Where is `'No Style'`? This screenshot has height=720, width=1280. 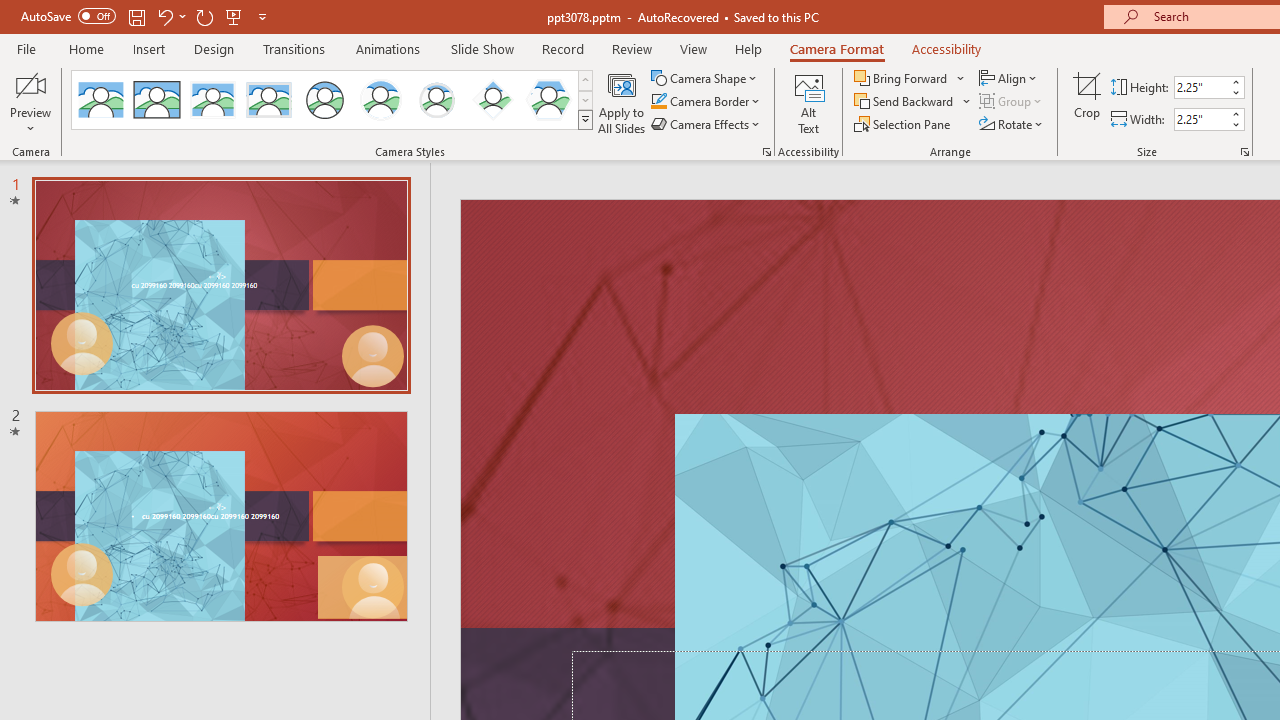
'No Style' is located at coordinates (100, 100).